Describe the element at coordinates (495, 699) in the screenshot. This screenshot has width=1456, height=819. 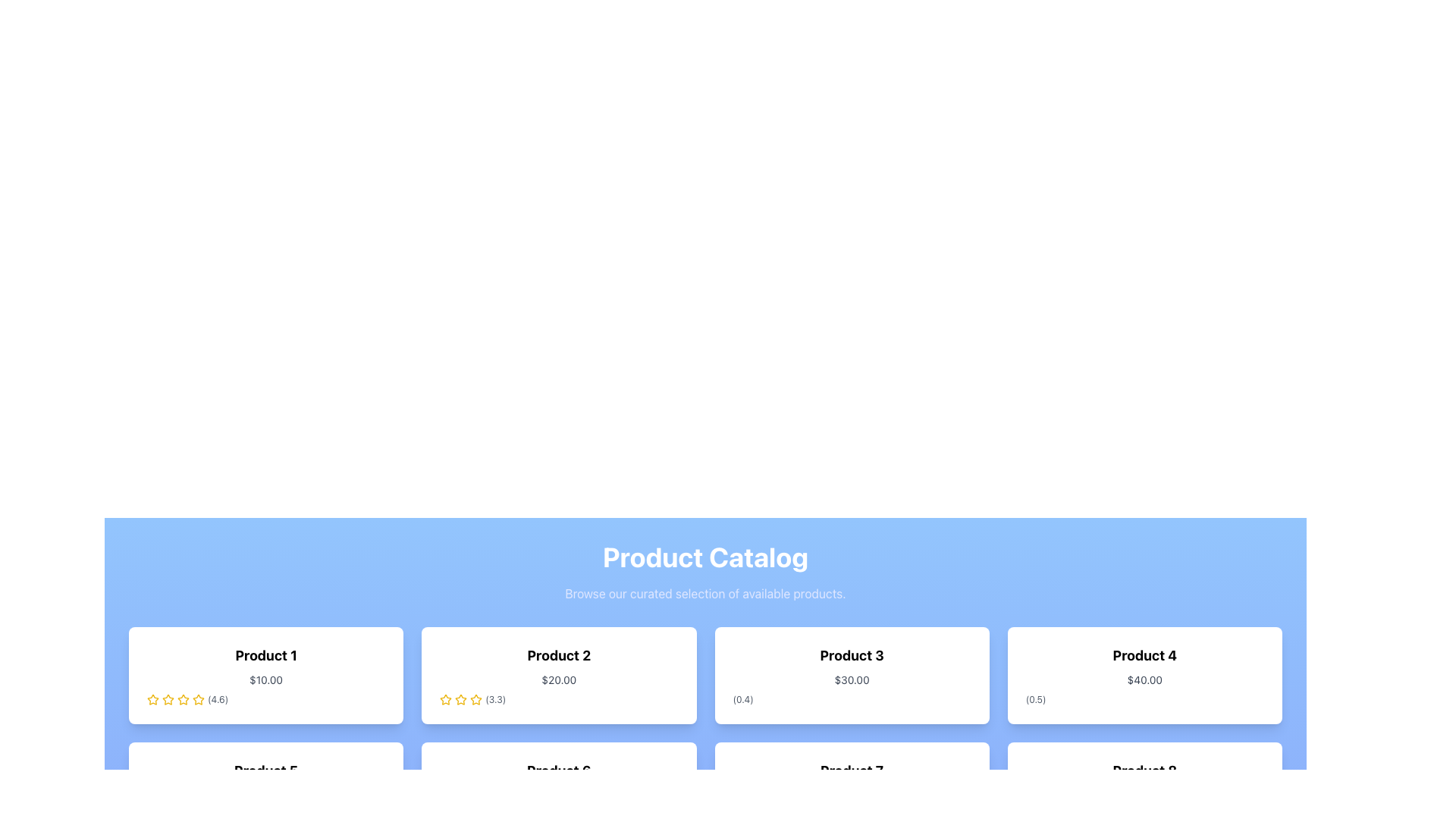
I see `the text label displaying the rating for 'Product 2', located at the bottom section of the card to the right of the star icons` at that location.